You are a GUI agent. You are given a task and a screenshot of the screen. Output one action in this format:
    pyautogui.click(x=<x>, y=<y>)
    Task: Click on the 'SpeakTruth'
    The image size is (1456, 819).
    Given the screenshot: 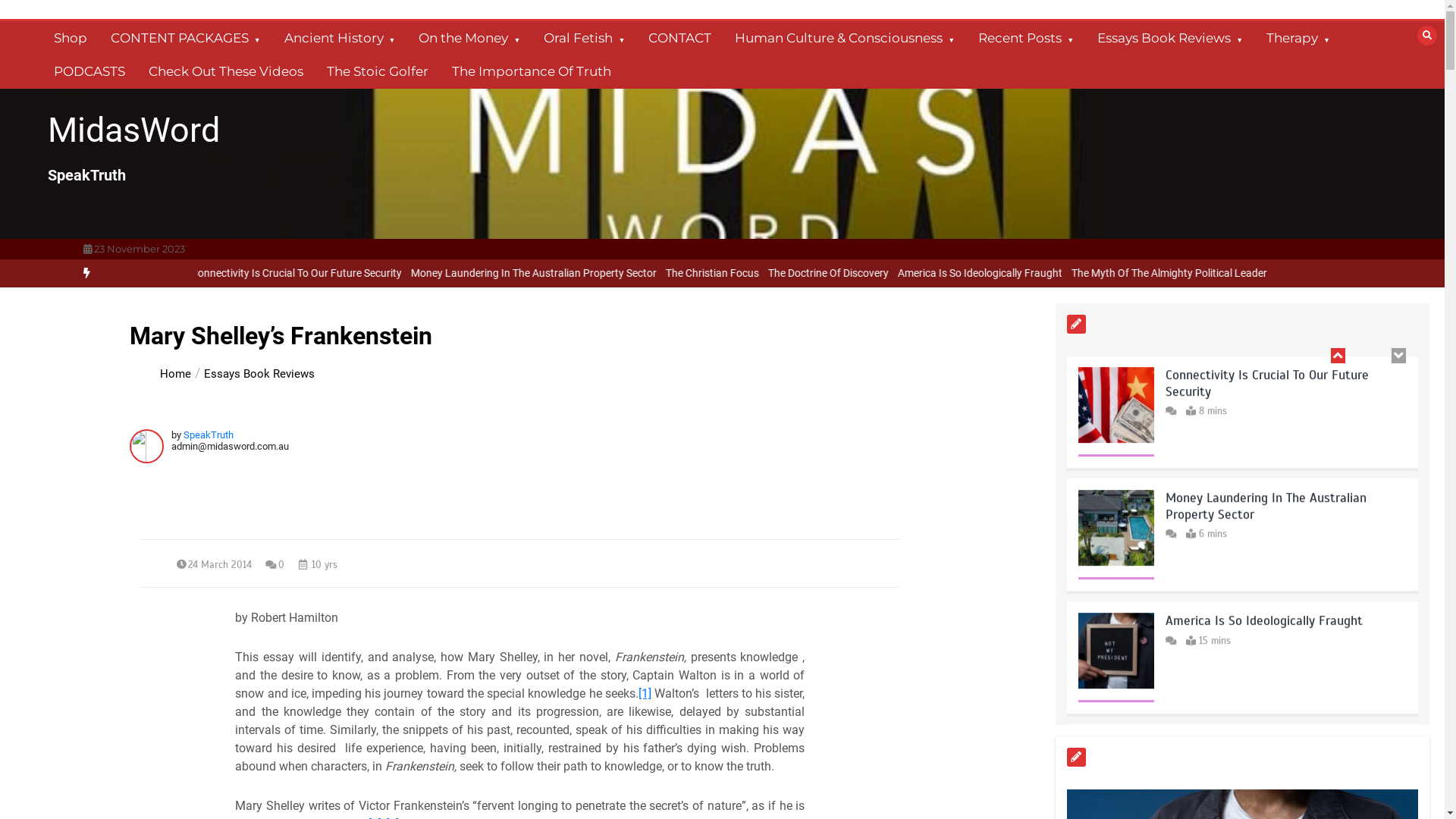 What is the action you would take?
    pyautogui.click(x=207, y=435)
    